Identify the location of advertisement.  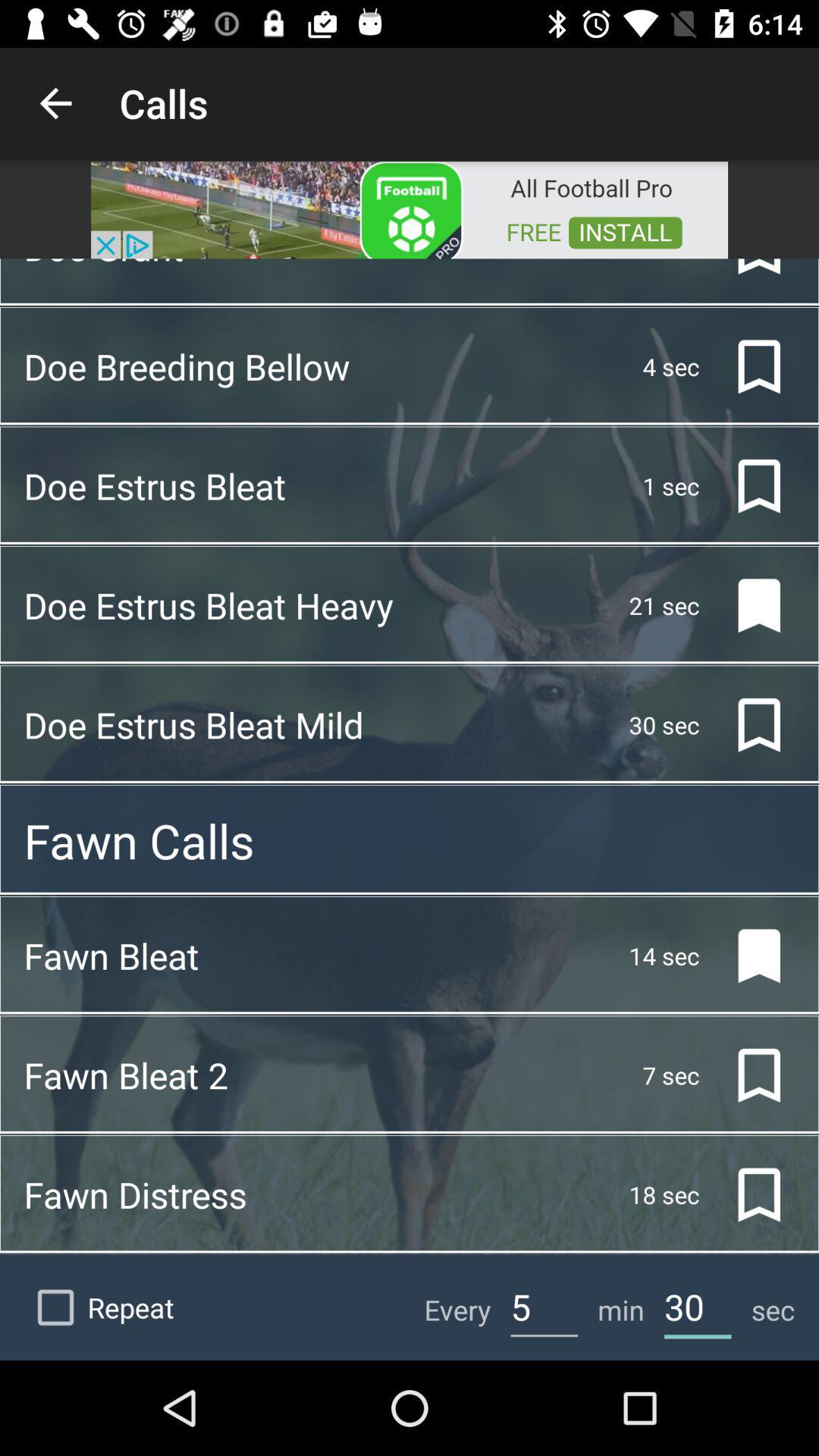
(409, 208).